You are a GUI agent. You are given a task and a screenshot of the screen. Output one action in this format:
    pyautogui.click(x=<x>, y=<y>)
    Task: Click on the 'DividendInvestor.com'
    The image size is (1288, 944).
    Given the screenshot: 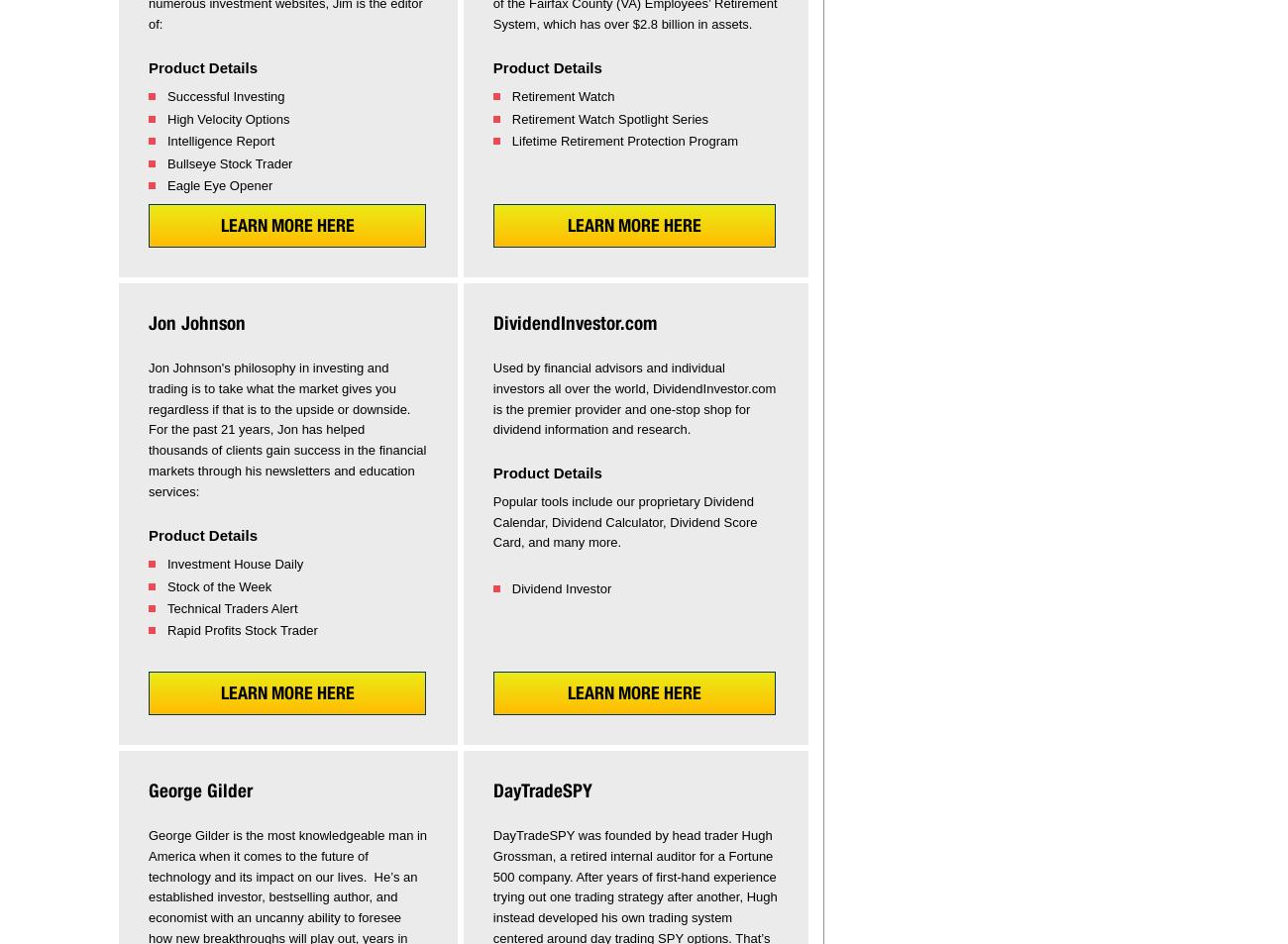 What is the action you would take?
    pyautogui.click(x=573, y=322)
    